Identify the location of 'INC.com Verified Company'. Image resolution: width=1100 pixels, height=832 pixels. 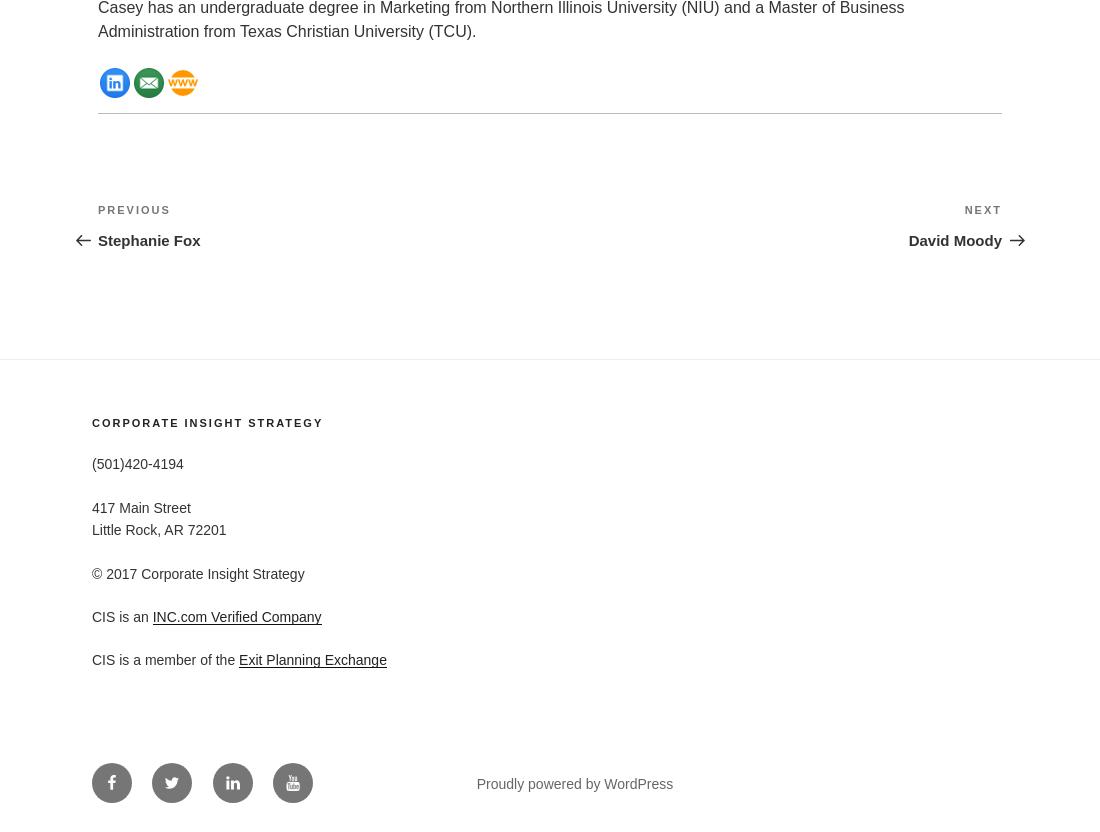
(151, 615).